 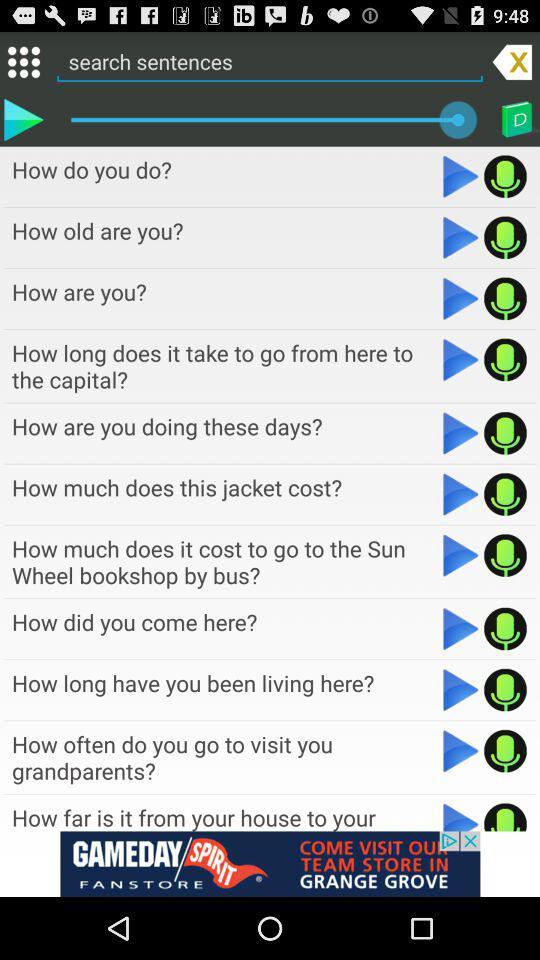 I want to click on microphone, so click(x=504, y=237).